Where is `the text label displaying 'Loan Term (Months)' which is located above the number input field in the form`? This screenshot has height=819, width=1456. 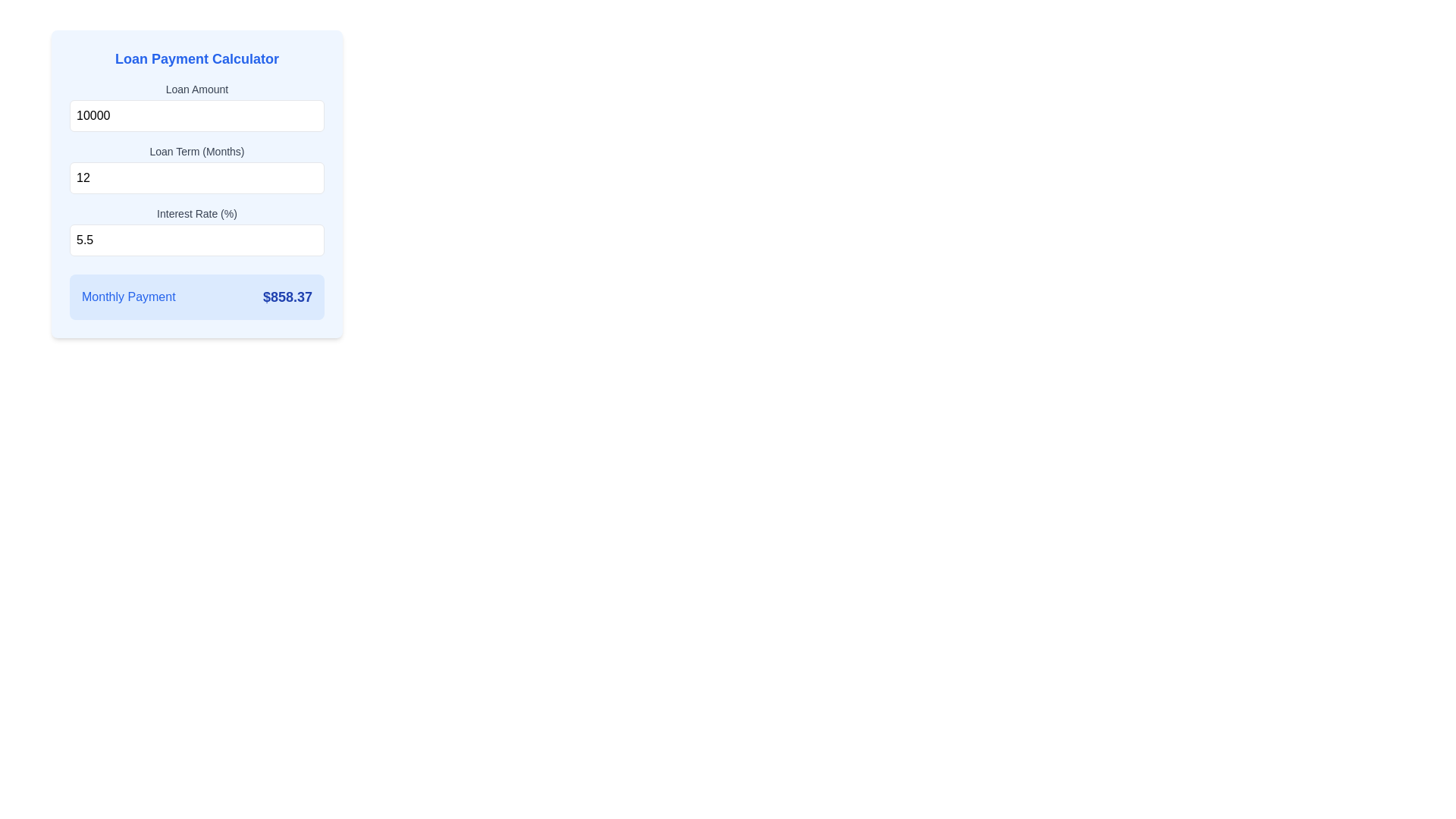
the text label displaying 'Loan Term (Months)' which is located above the number input field in the form is located at coordinates (196, 152).